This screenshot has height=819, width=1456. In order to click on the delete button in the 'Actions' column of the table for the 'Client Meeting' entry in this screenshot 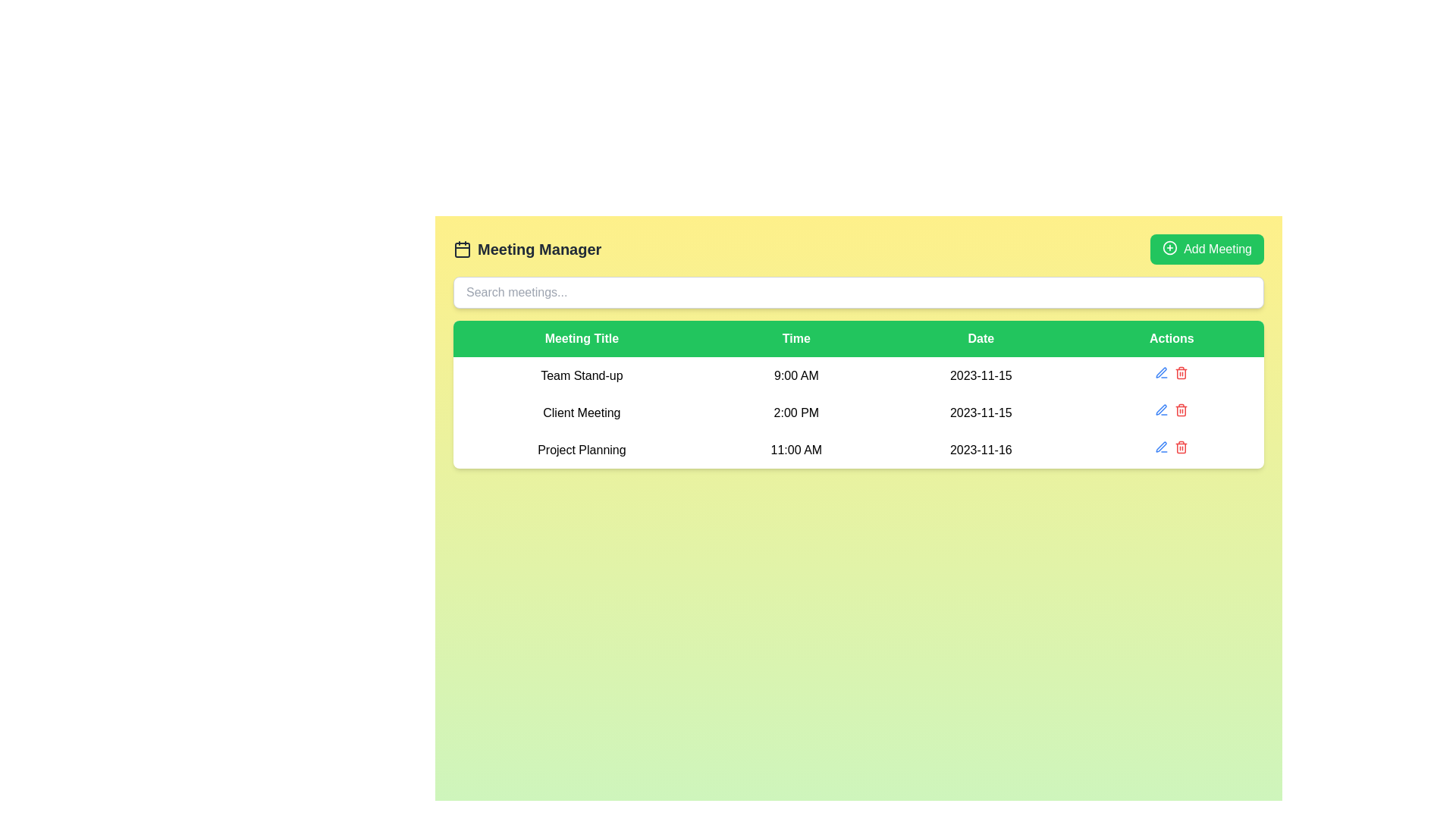, I will do `click(1181, 447)`.